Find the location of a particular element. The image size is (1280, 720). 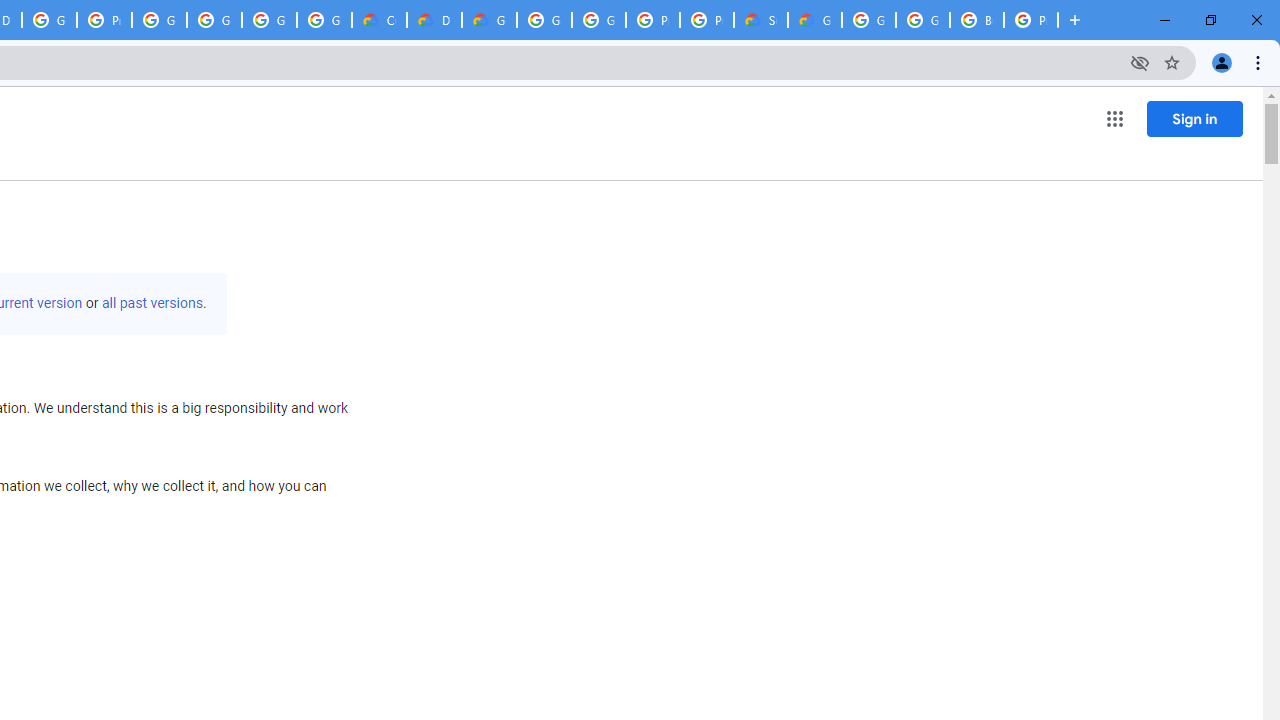

'Google Cloud Platform' is located at coordinates (544, 20).